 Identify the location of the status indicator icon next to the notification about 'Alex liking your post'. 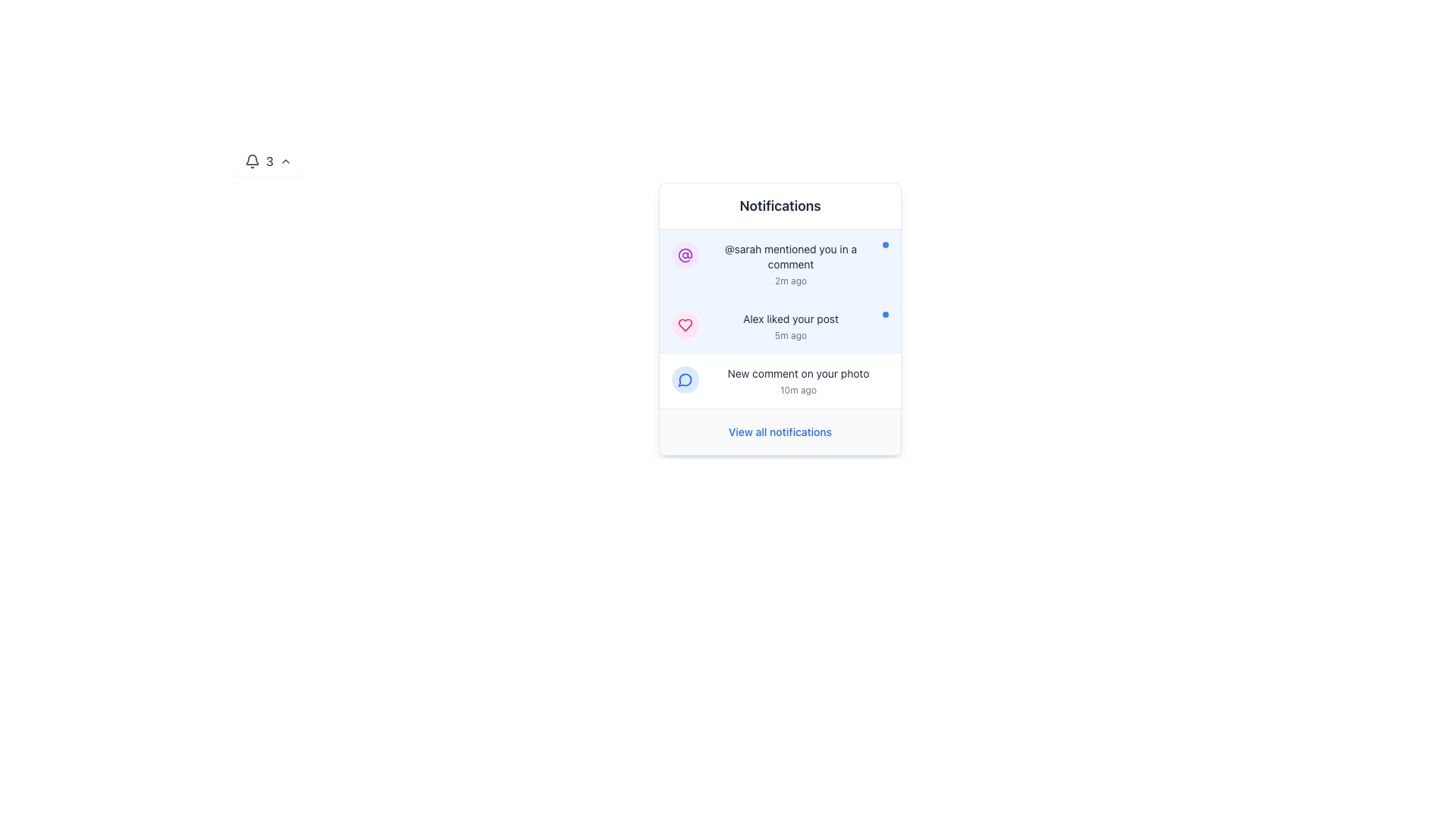
(684, 324).